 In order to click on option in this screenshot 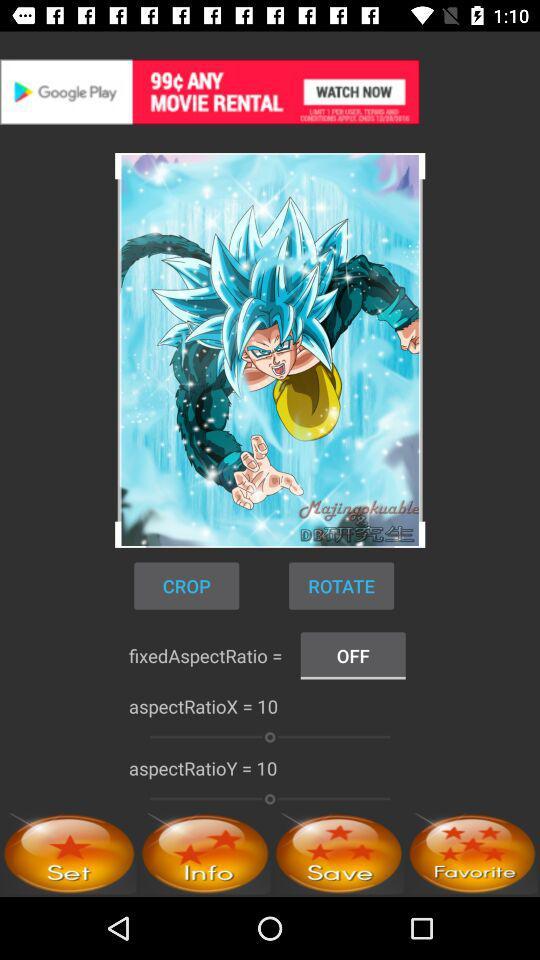, I will do `click(338, 852)`.